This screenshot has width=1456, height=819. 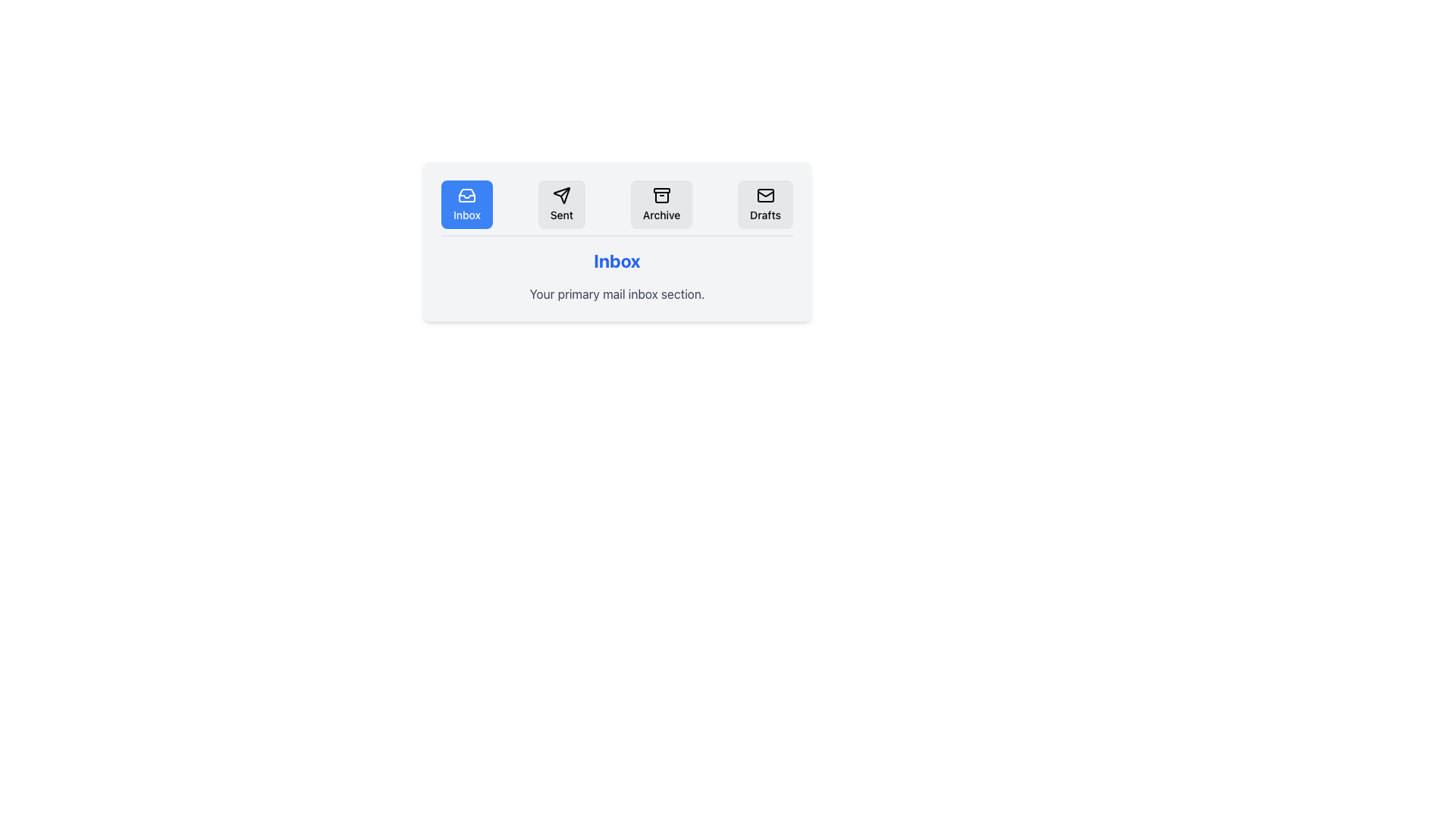 What do you see at coordinates (661, 190) in the screenshot?
I see `the horizontal bar element positioned near the top of the 'Archive' icon, which is styled with a solid fill` at bounding box center [661, 190].